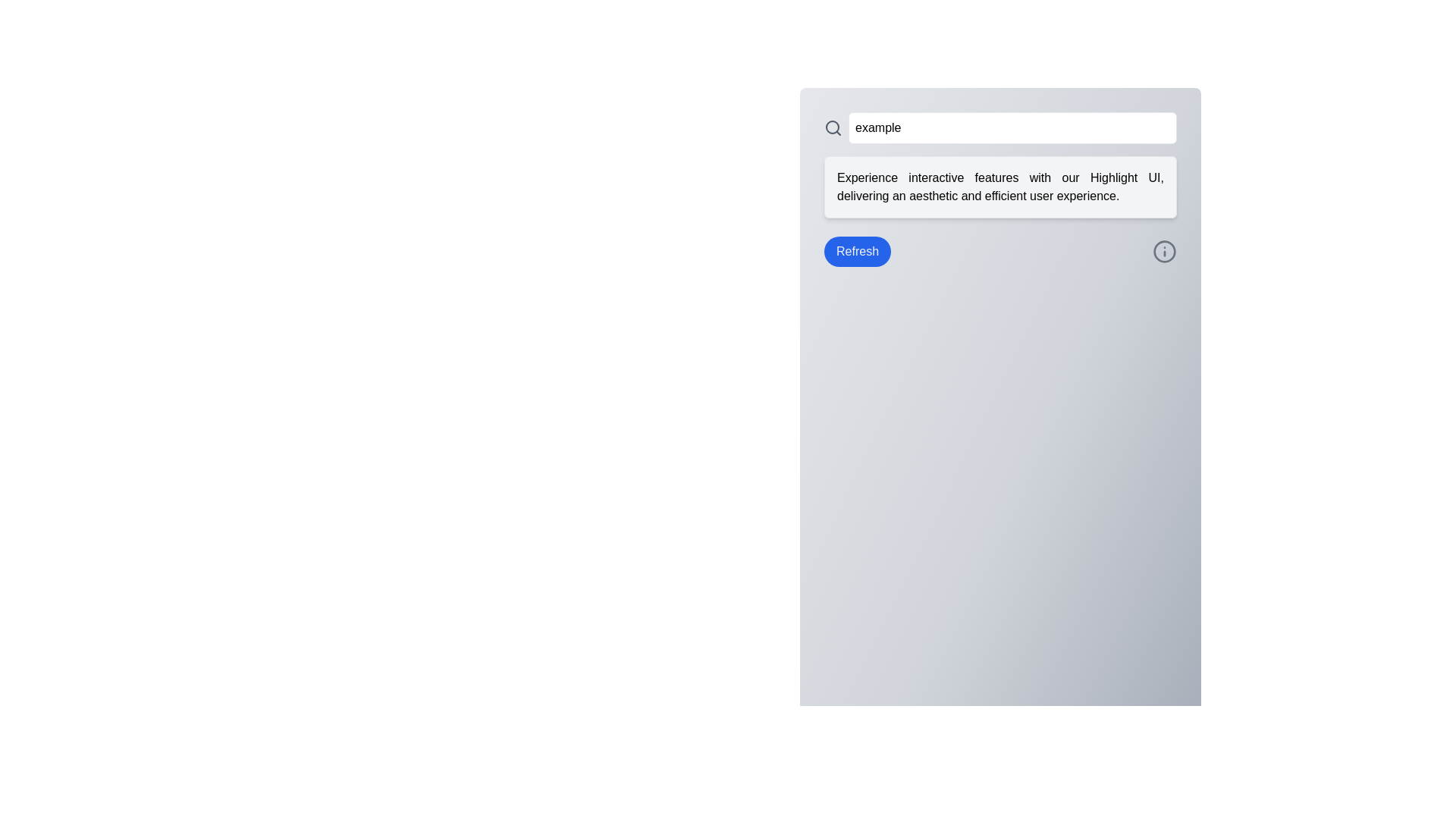  What do you see at coordinates (832, 127) in the screenshot?
I see `the circular vector graphic component located at the center of the magnifying glass icon, which is part of the search functionality in the interface` at bounding box center [832, 127].